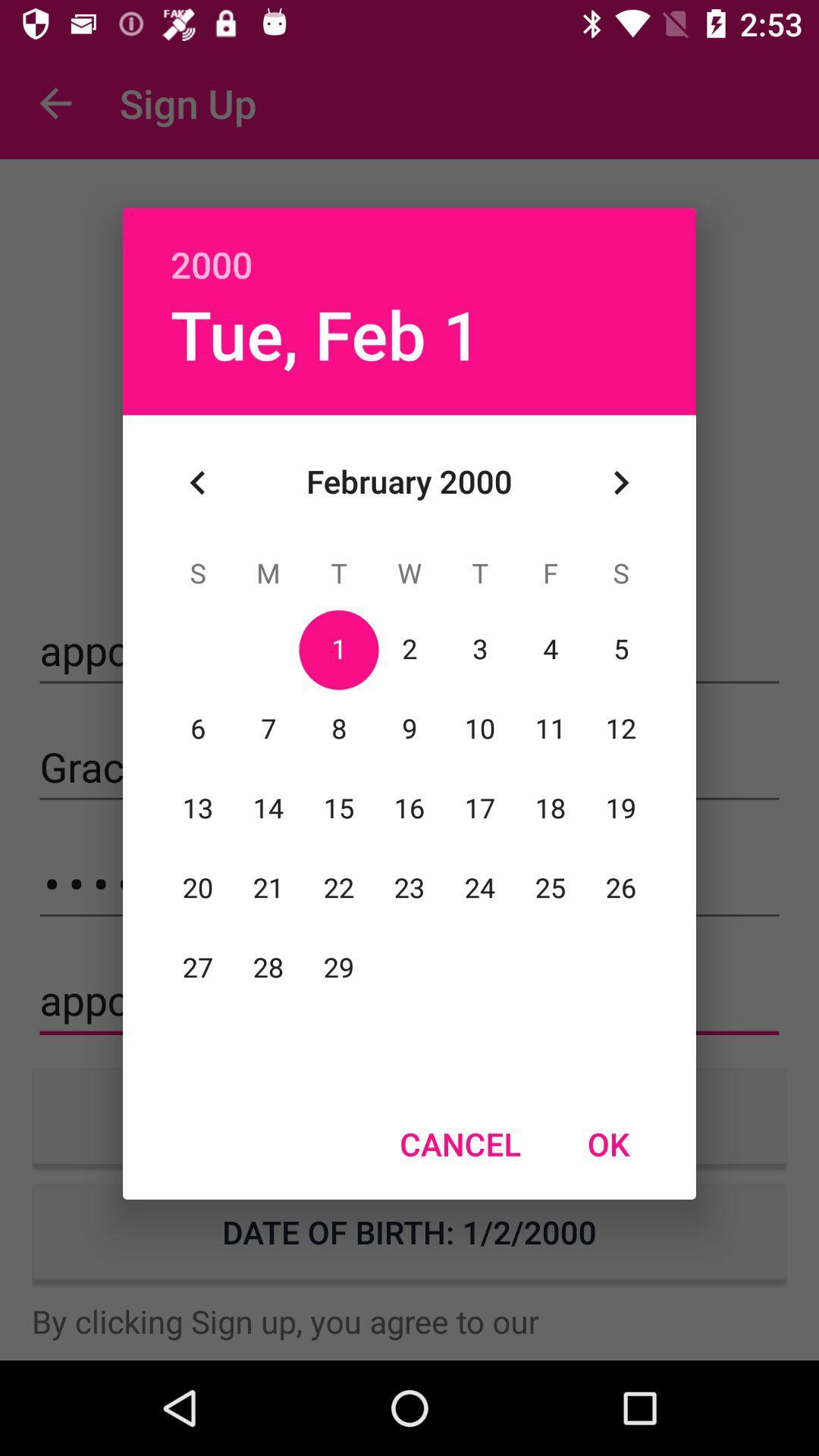 The width and height of the screenshot is (819, 1456). Describe the element at coordinates (460, 1144) in the screenshot. I see `the item to the left of ok` at that location.